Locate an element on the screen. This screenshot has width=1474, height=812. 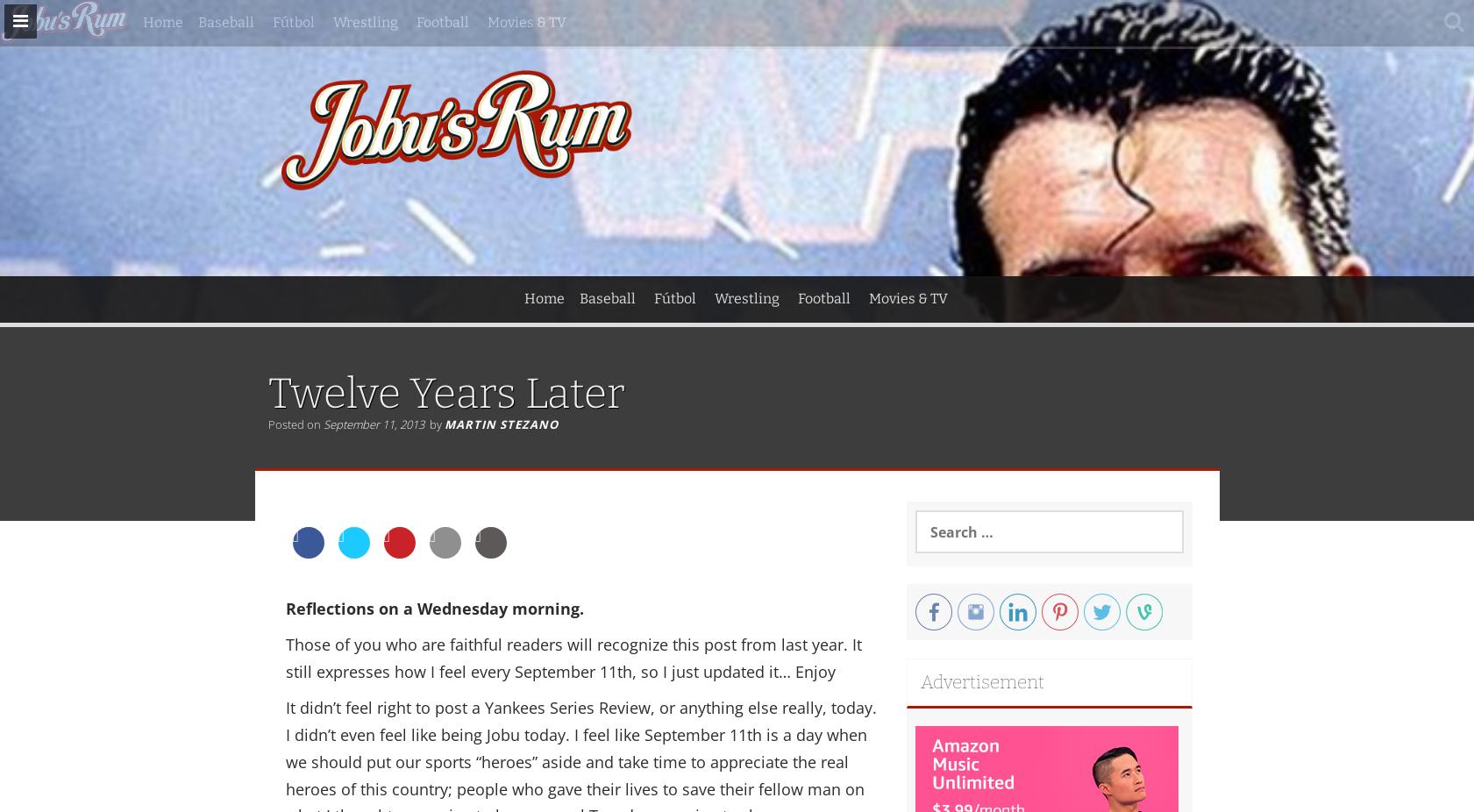
'Home' is located at coordinates (522, 297).